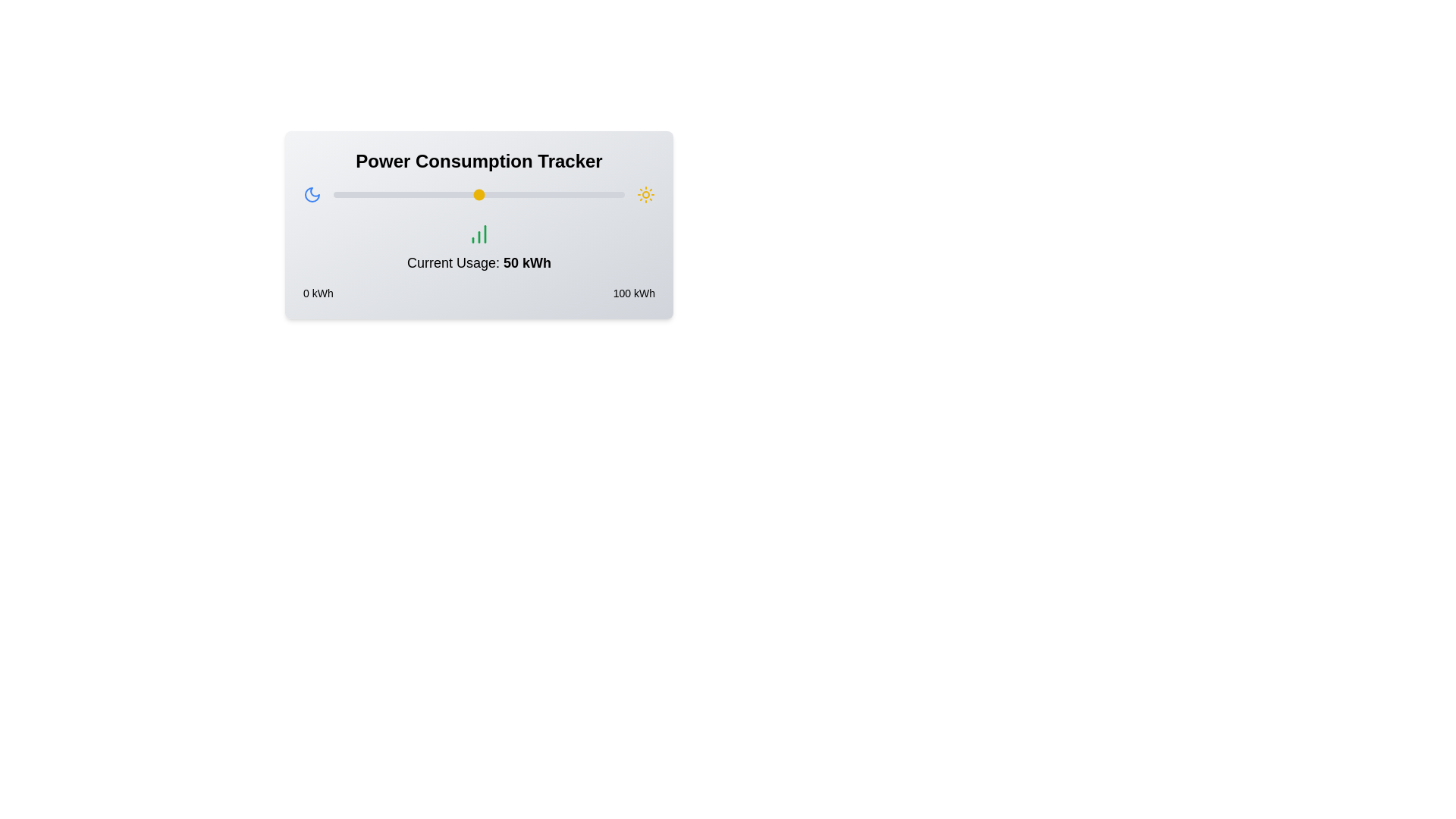  What do you see at coordinates (366, 194) in the screenshot?
I see `the slider to set the power usage to 11 kWh` at bounding box center [366, 194].